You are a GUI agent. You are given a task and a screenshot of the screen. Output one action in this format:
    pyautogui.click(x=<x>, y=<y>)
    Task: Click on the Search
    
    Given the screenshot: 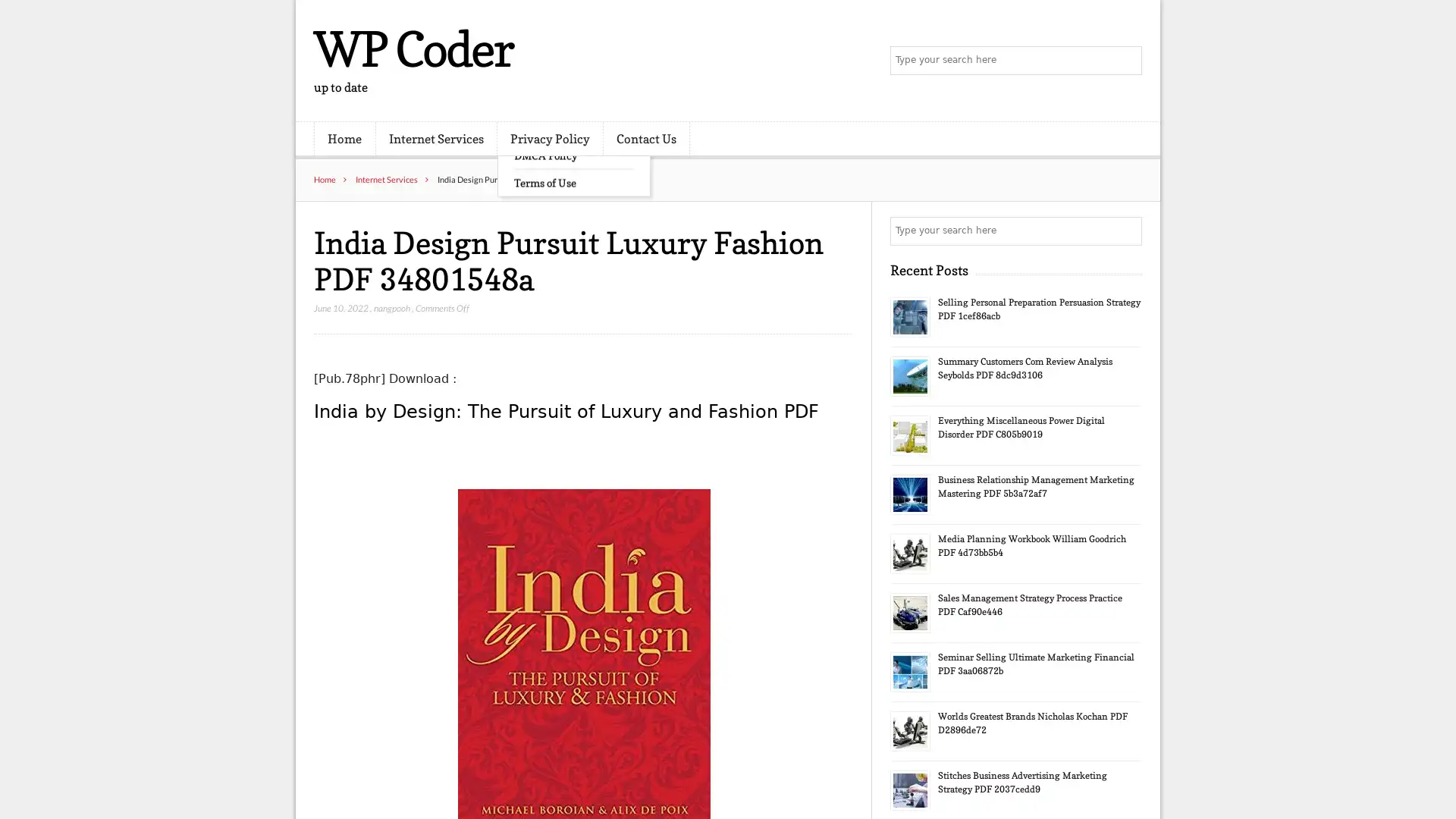 What is the action you would take?
    pyautogui.click(x=1126, y=231)
    